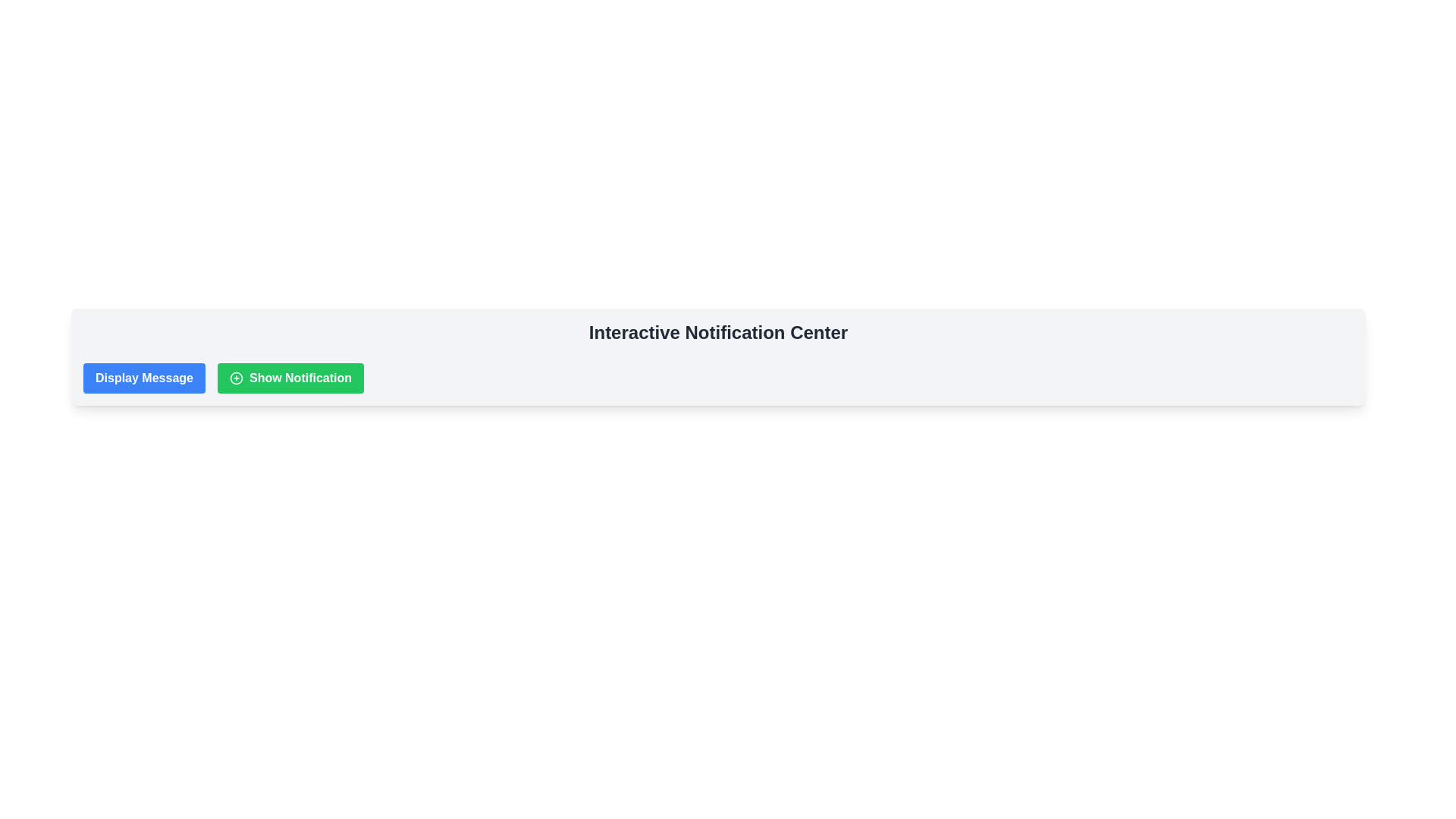 The width and height of the screenshot is (1456, 819). I want to click on the circular icon with a plus sign, which is located to the left of the 'Show Notification' text within the green button labeled 'Show Notification', so click(236, 377).